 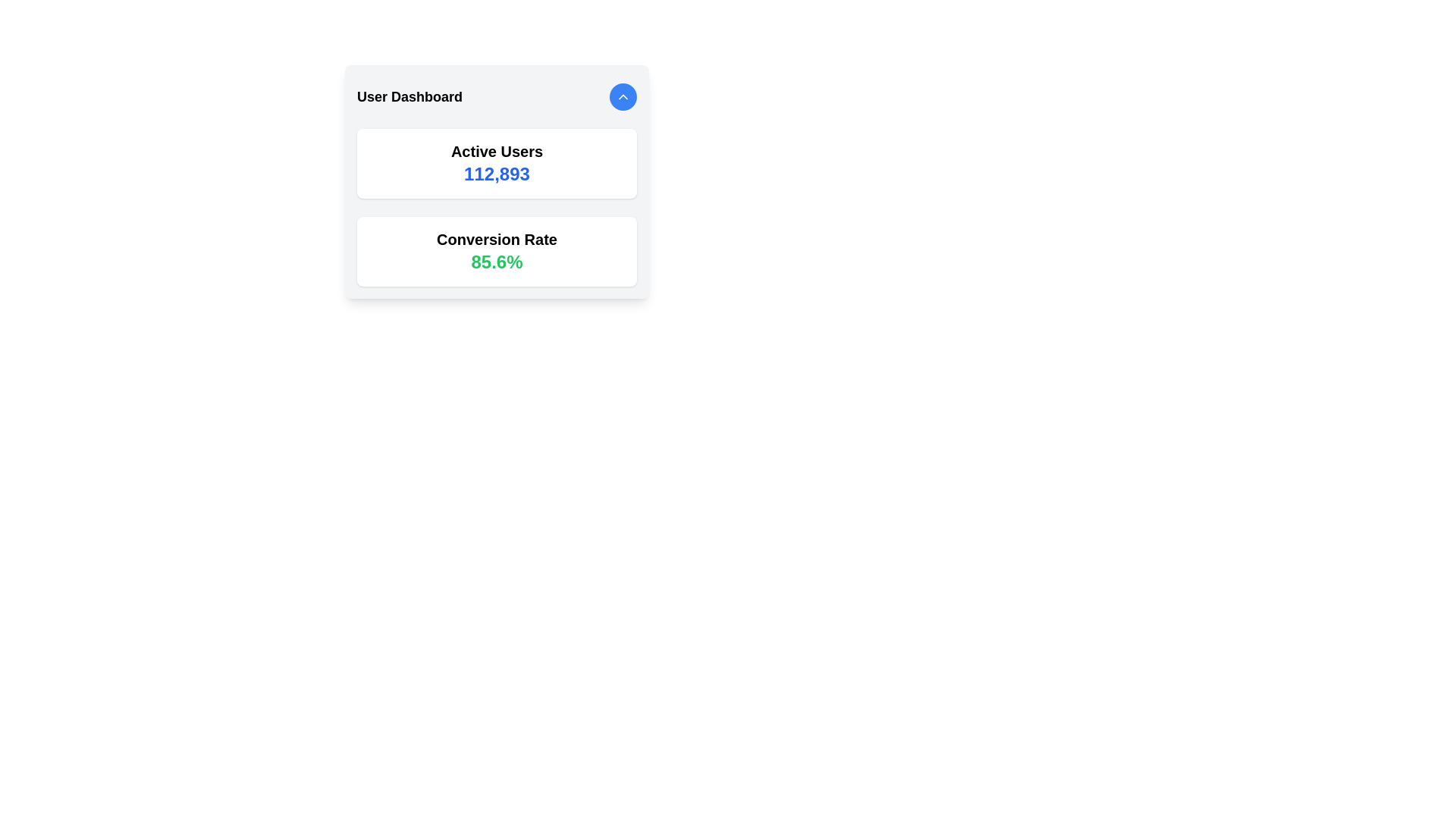 I want to click on displayed value of the 'Active Users' text label, which shows the count of active users in the user dashboard, so click(x=497, y=174).